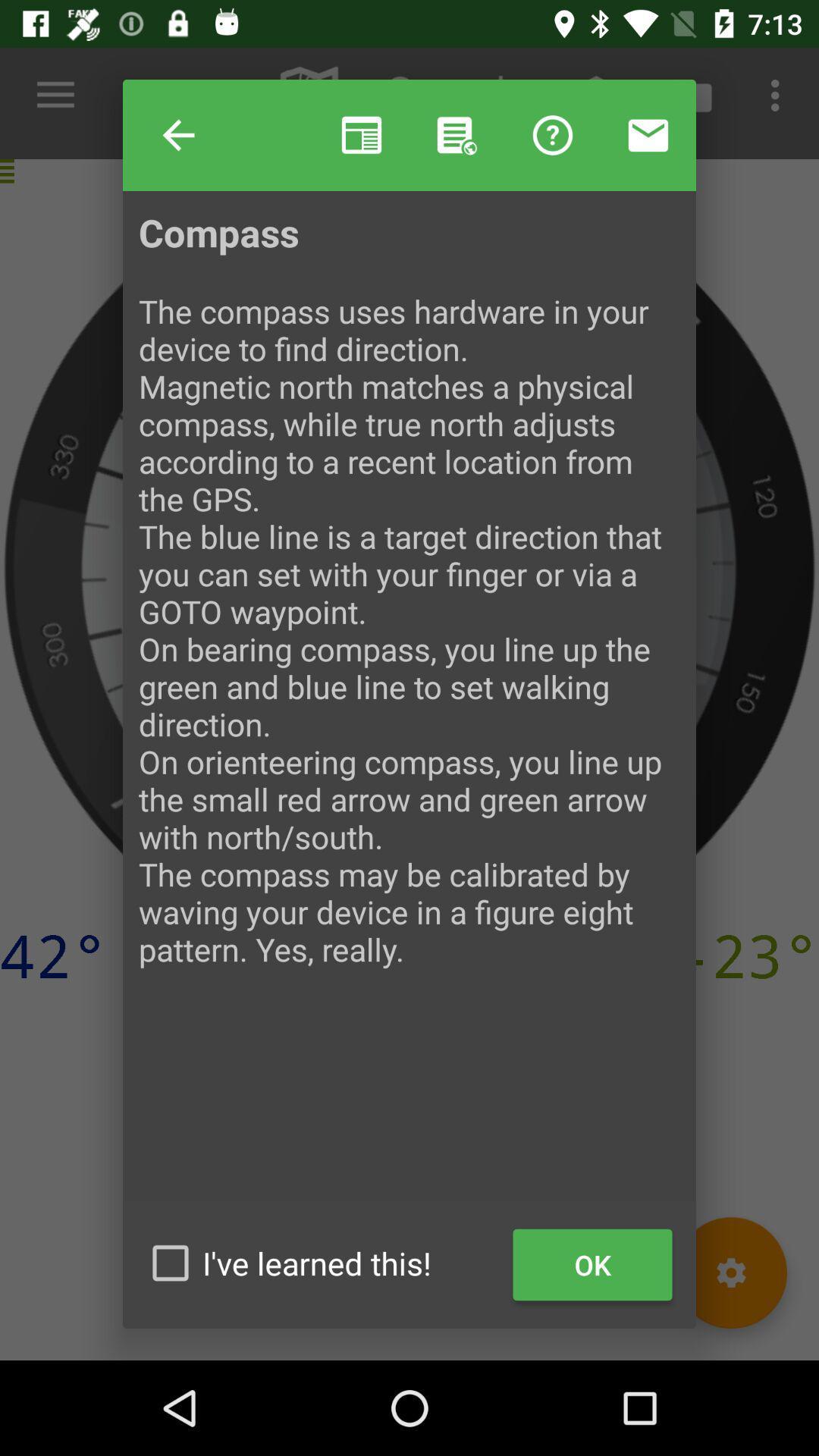 The image size is (819, 1456). Describe the element at coordinates (456, 135) in the screenshot. I see `the item above compass the compass item` at that location.